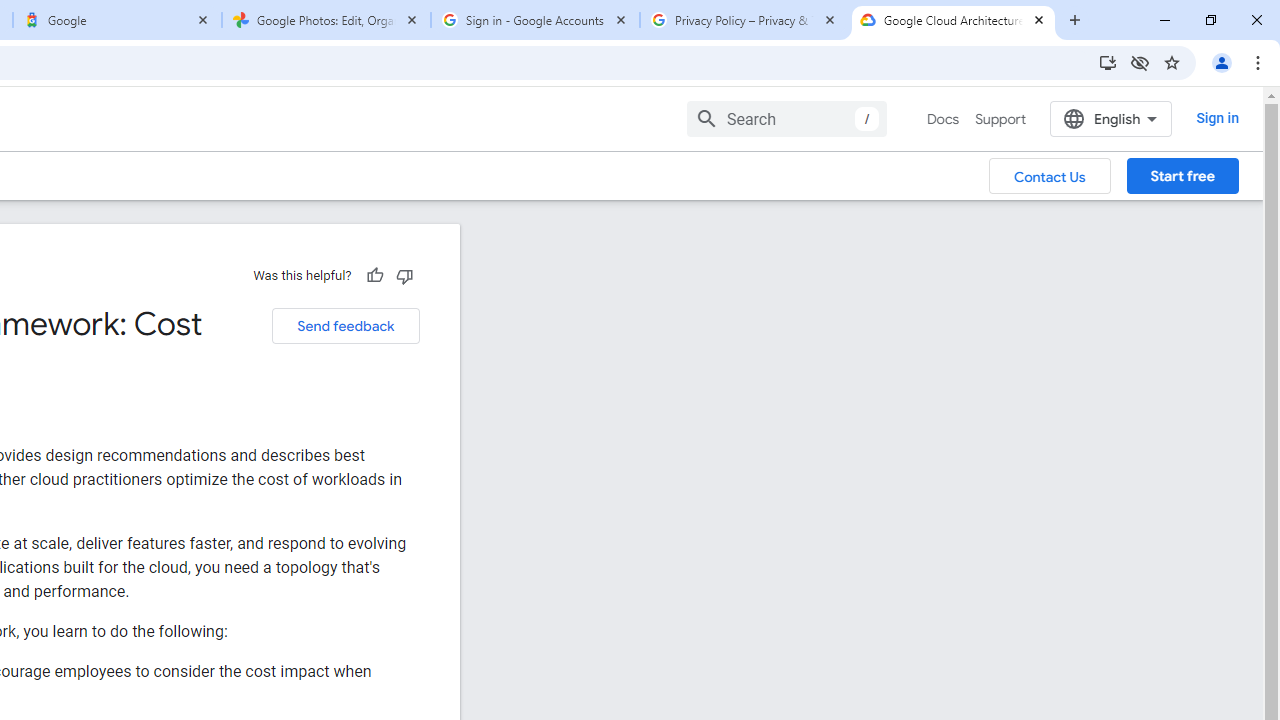 The height and width of the screenshot is (720, 1280). What do you see at coordinates (1110, 118) in the screenshot?
I see `'English'` at bounding box center [1110, 118].